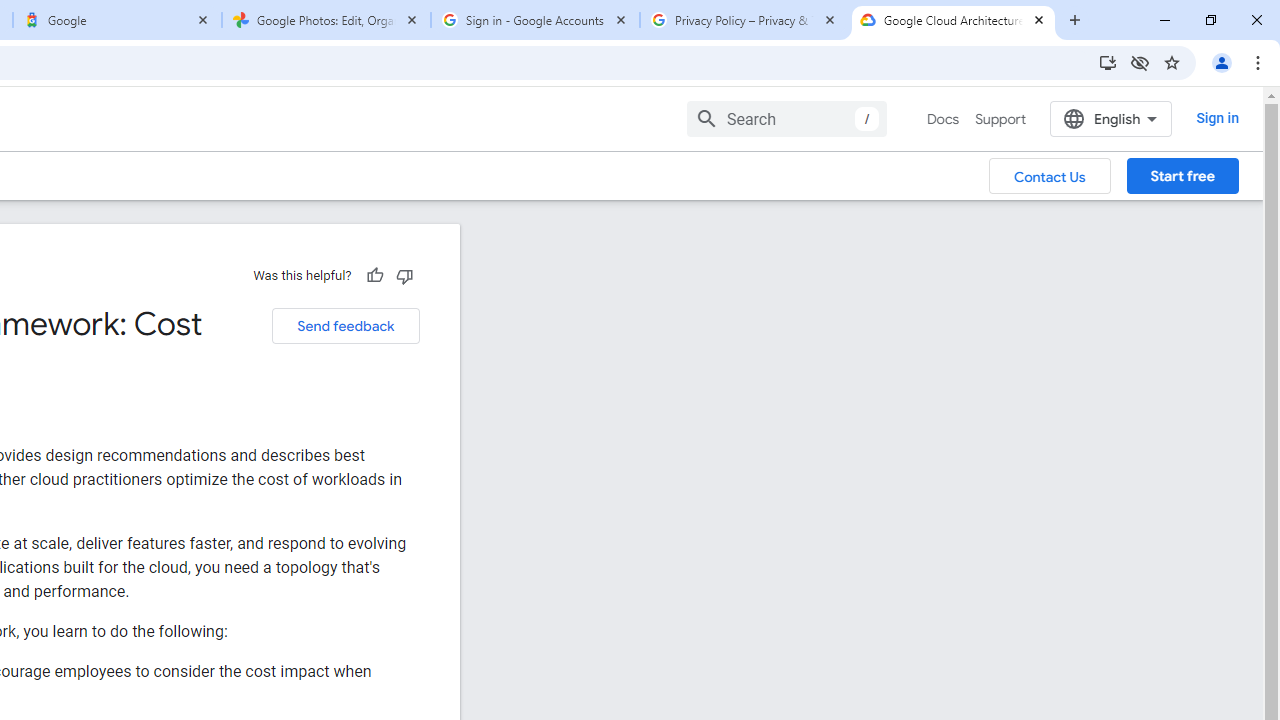 The height and width of the screenshot is (720, 1280). What do you see at coordinates (1110, 118) in the screenshot?
I see `'English'` at bounding box center [1110, 118].